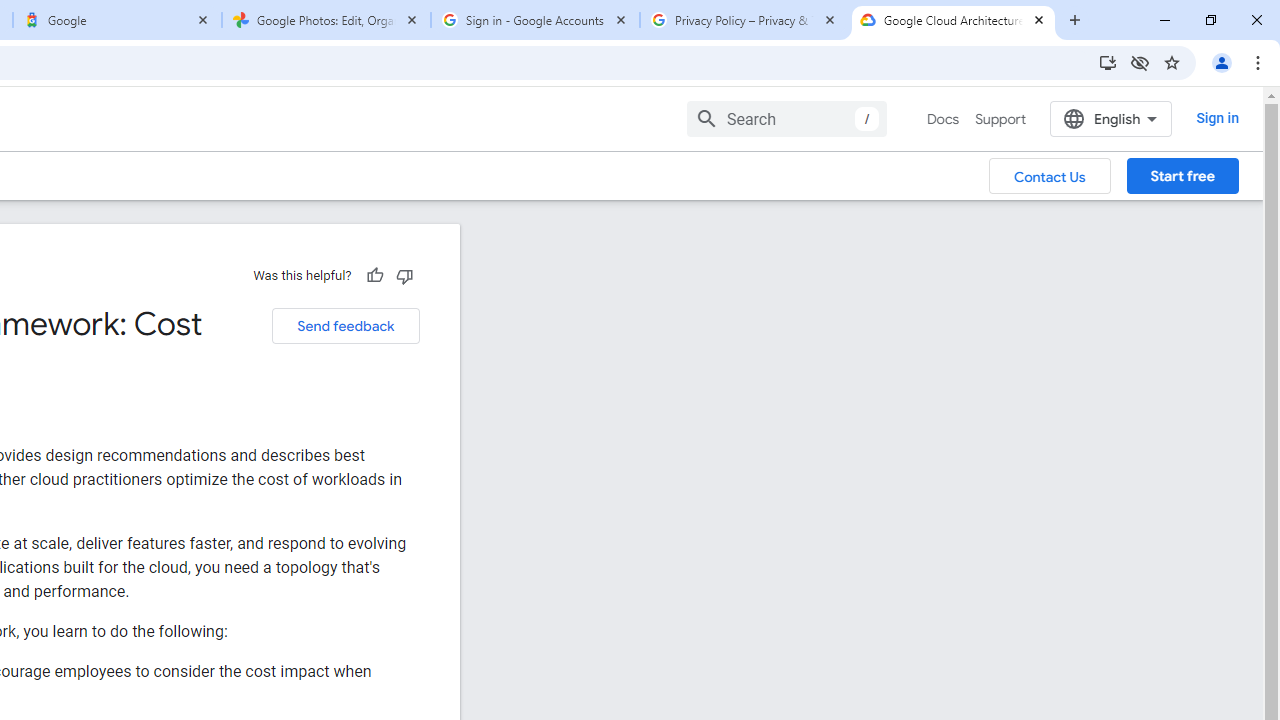 The height and width of the screenshot is (720, 1280). What do you see at coordinates (1110, 118) in the screenshot?
I see `'English'` at bounding box center [1110, 118].